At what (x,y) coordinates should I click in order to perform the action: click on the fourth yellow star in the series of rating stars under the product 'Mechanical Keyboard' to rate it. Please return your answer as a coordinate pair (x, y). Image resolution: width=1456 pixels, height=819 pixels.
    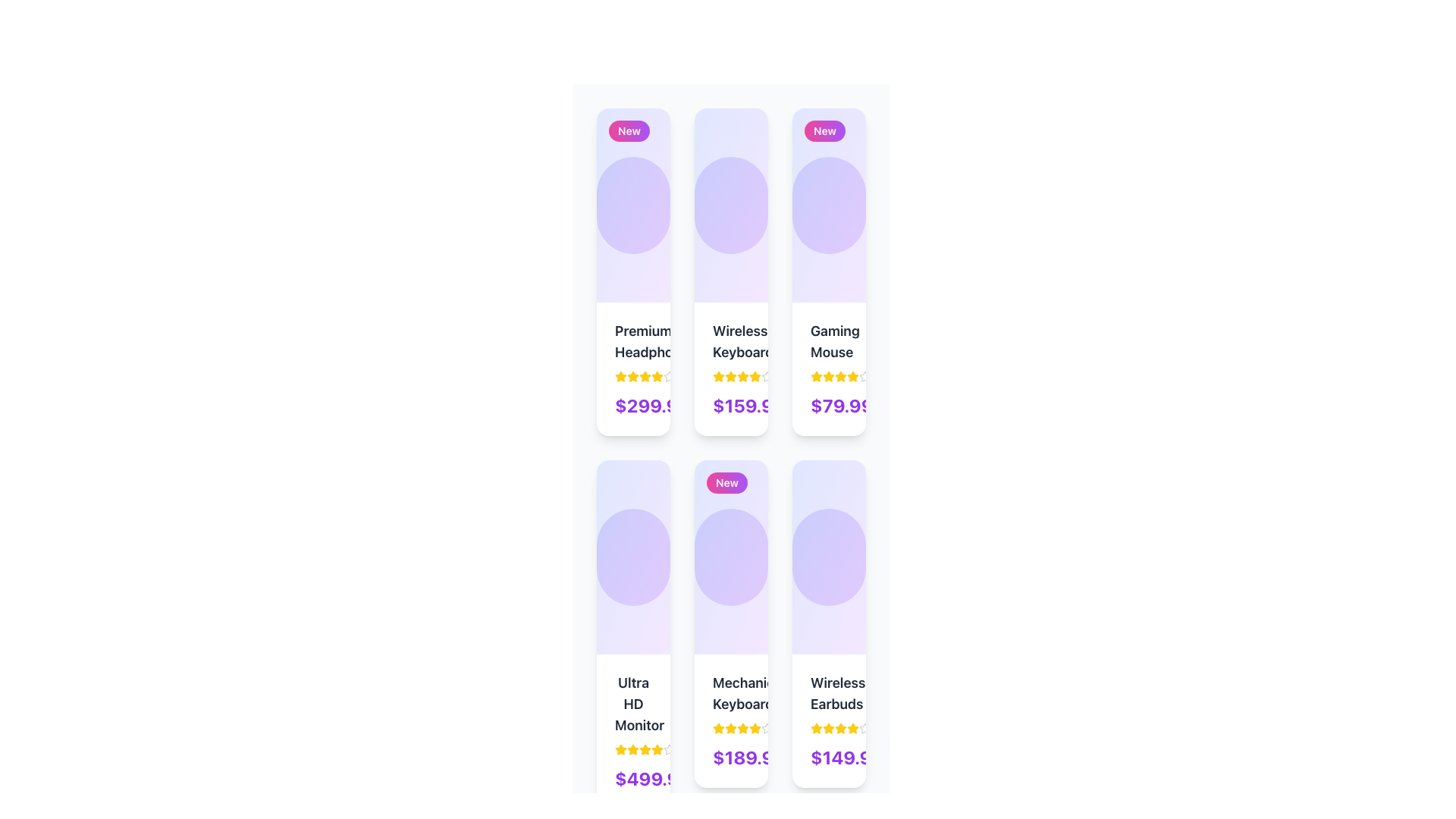
    Looking at the image, I should click on (742, 727).